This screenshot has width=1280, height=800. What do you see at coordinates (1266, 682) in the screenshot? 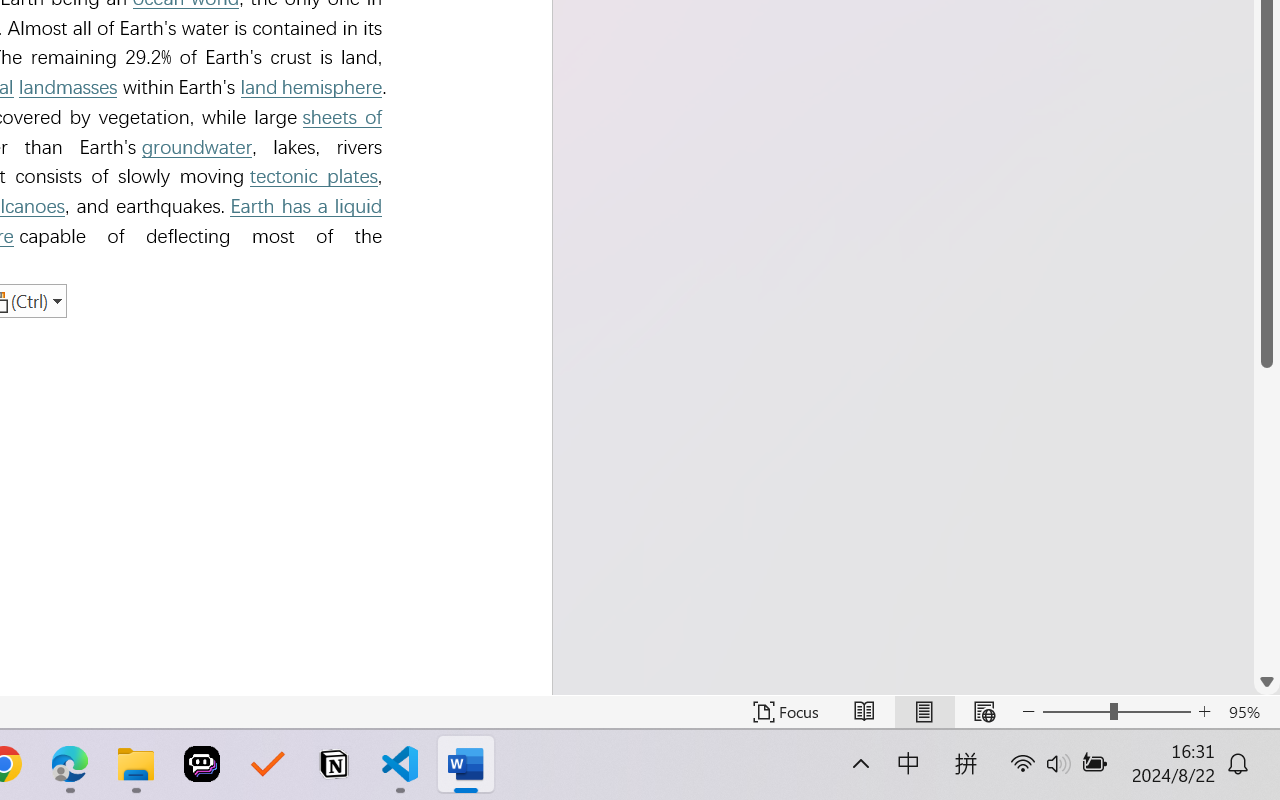
I see `'Line down'` at bounding box center [1266, 682].